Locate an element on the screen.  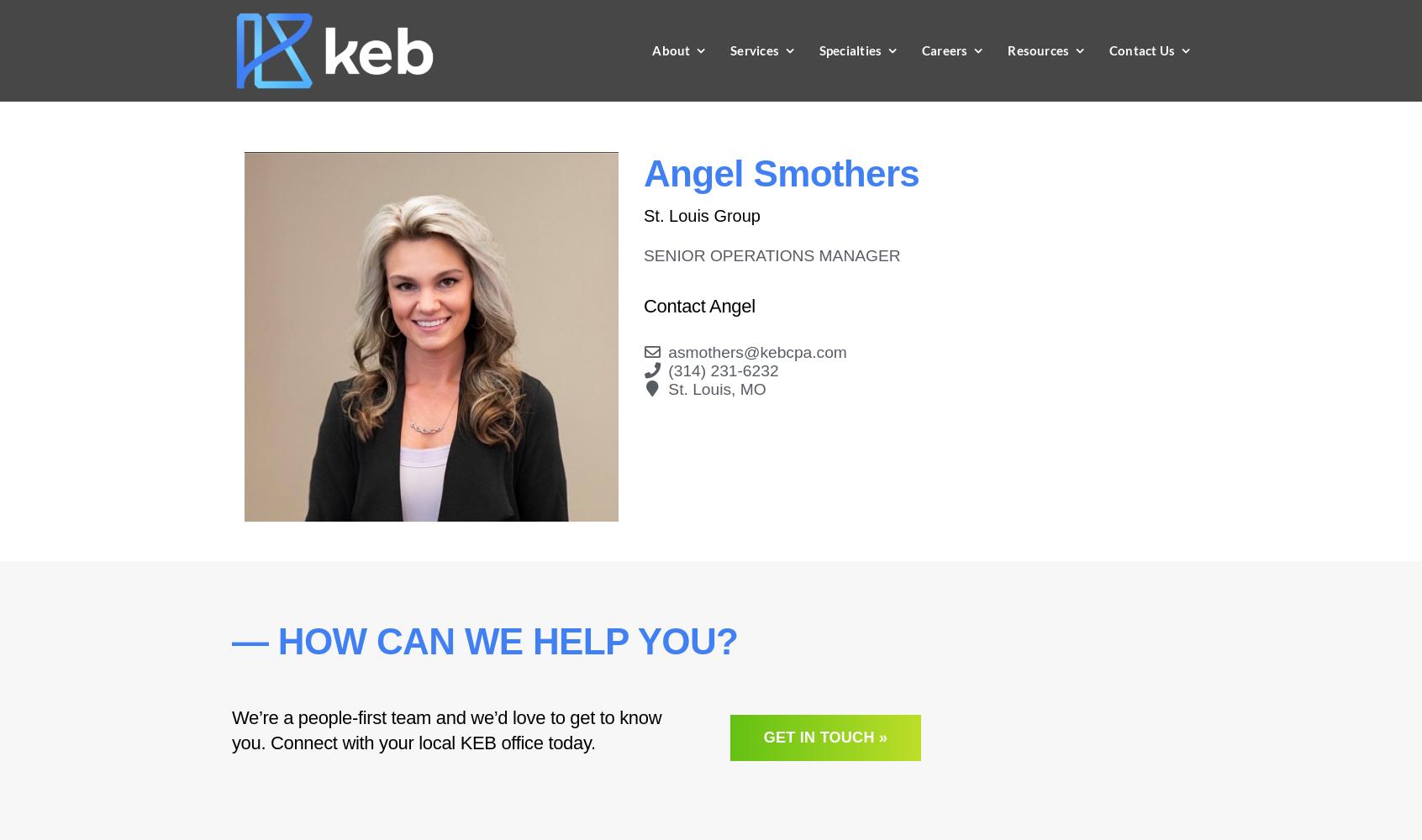
'News & Insights' is located at coordinates (1071, 96).